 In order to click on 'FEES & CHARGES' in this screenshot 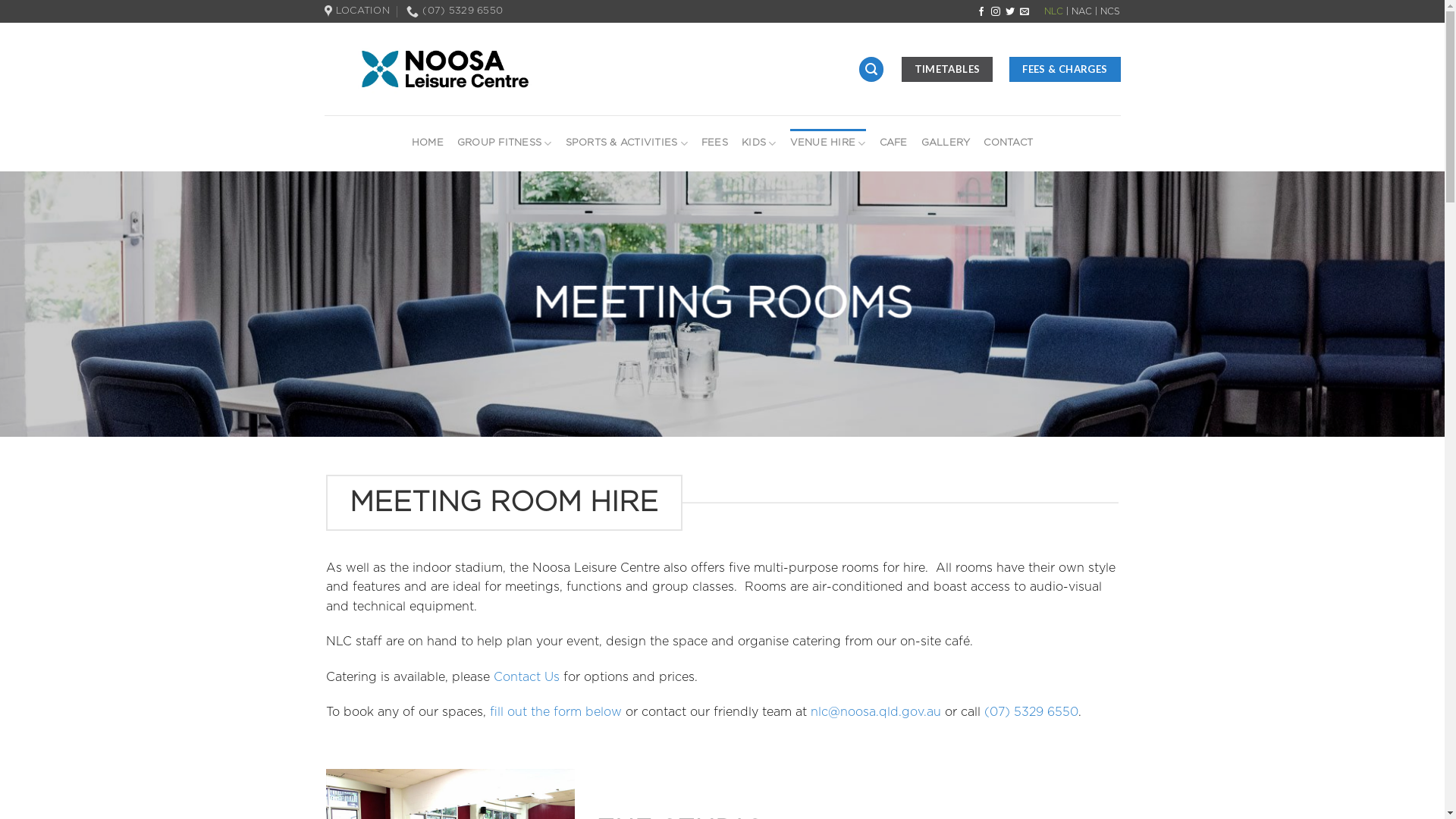, I will do `click(1063, 70)`.